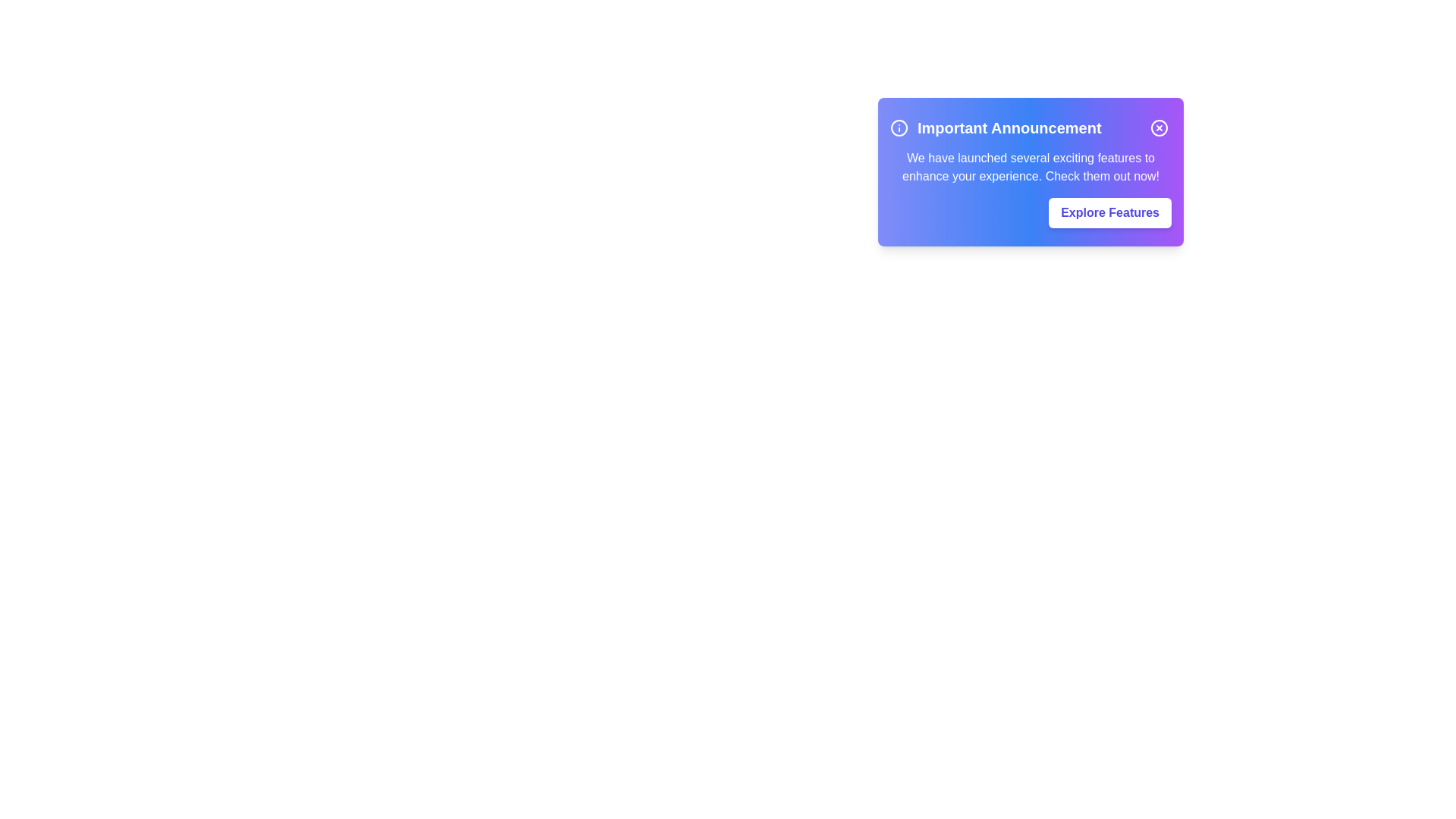  What do you see at coordinates (1159, 127) in the screenshot?
I see `the close button of the announcement panel to close it` at bounding box center [1159, 127].